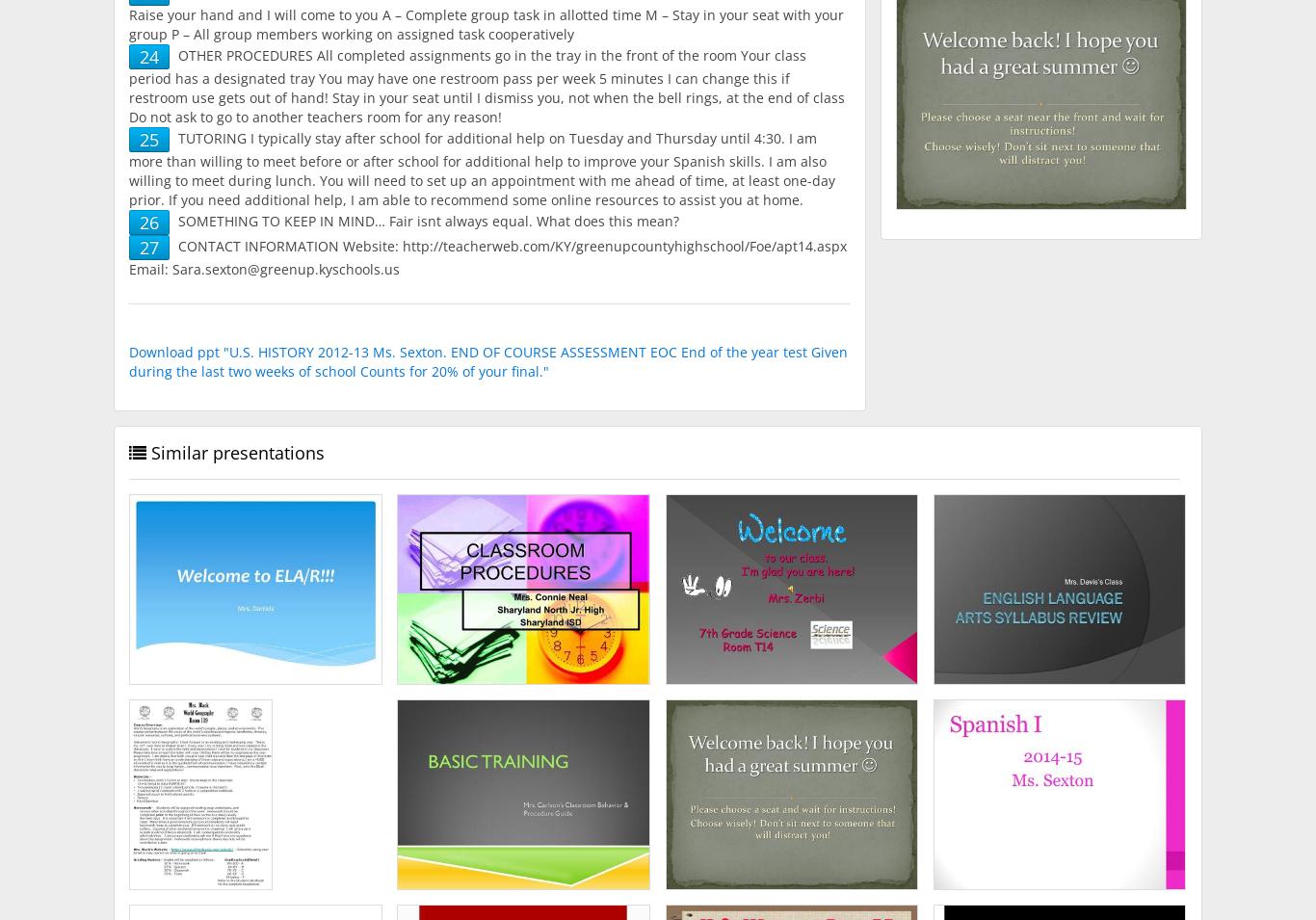 Image resolution: width=1316 pixels, height=920 pixels. What do you see at coordinates (487, 85) in the screenshot?
I see `'OTHER PROCEDURES All completed assignments go in the tray in the front of the room Your class period has a designated tray You may have one restroom pass per week 5 minutes I can change this if restroom use gets out of hand! Stay in your seat until I dismiss you, not when the bell rings, at the end of class Do not ask to go to another teachers room for any reason!'` at bounding box center [487, 85].